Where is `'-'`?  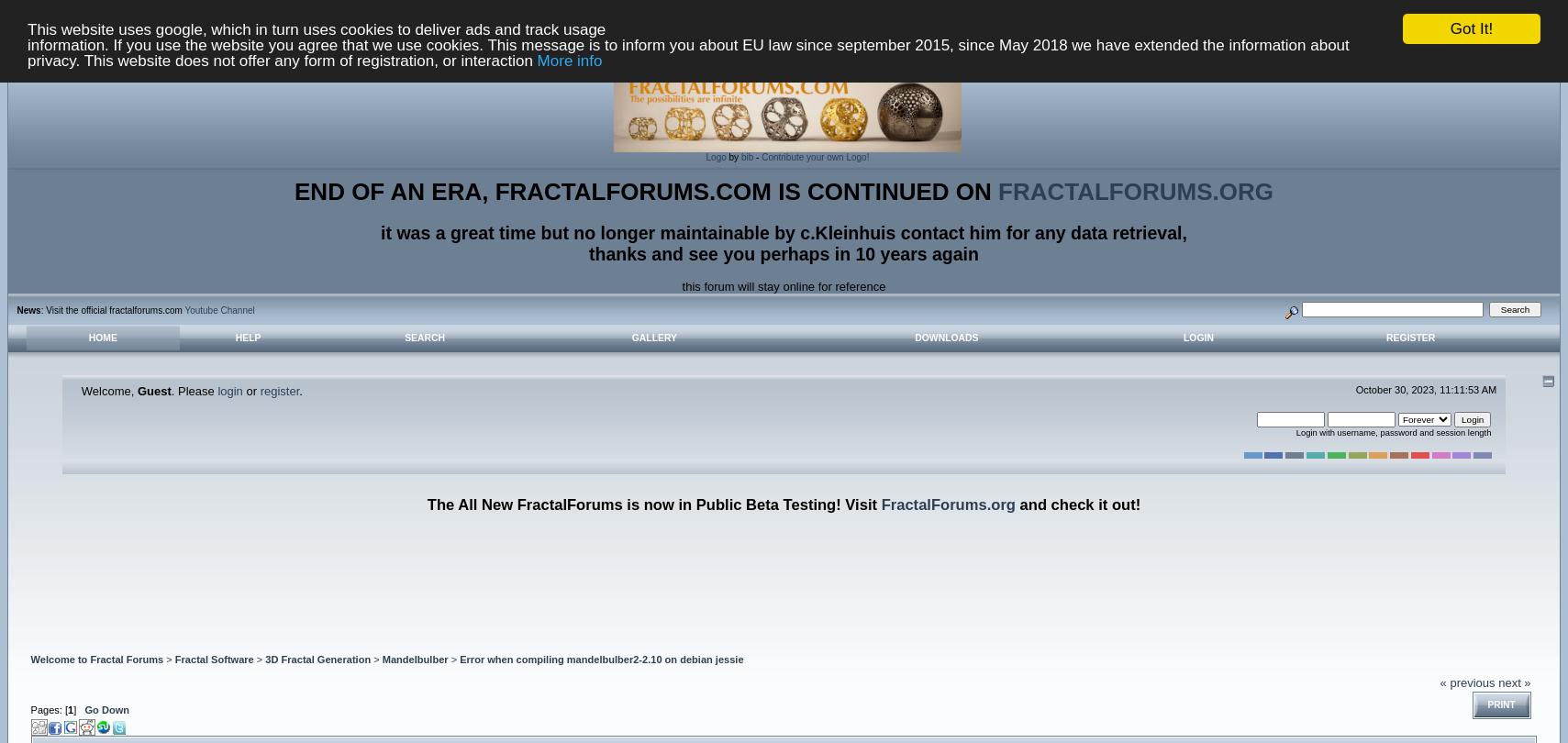 '-' is located at coordinates (756, 157).